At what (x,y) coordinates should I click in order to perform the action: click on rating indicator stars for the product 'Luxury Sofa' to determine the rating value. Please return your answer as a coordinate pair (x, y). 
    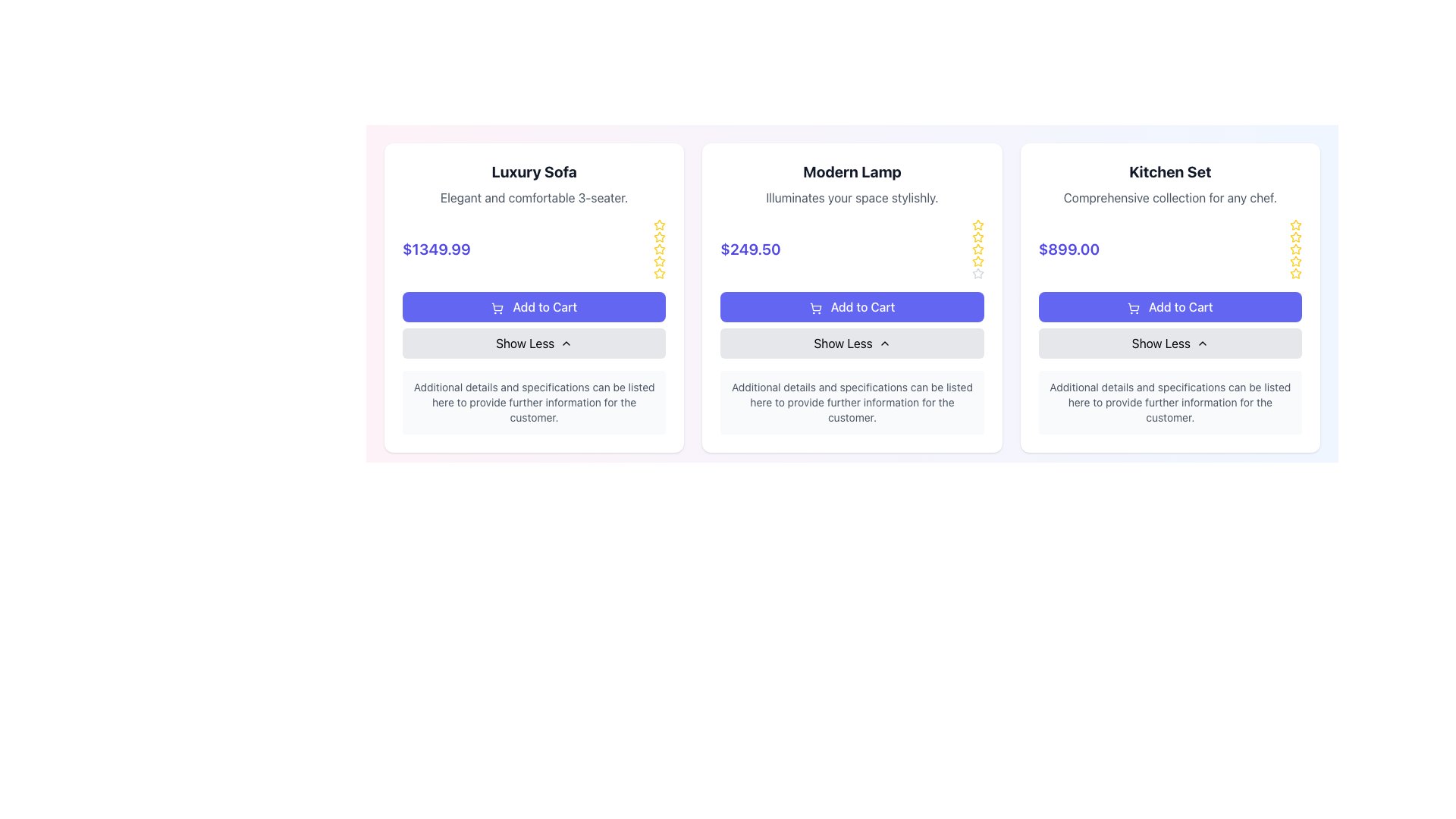
    Looking at the image, I should click on (660, 248).